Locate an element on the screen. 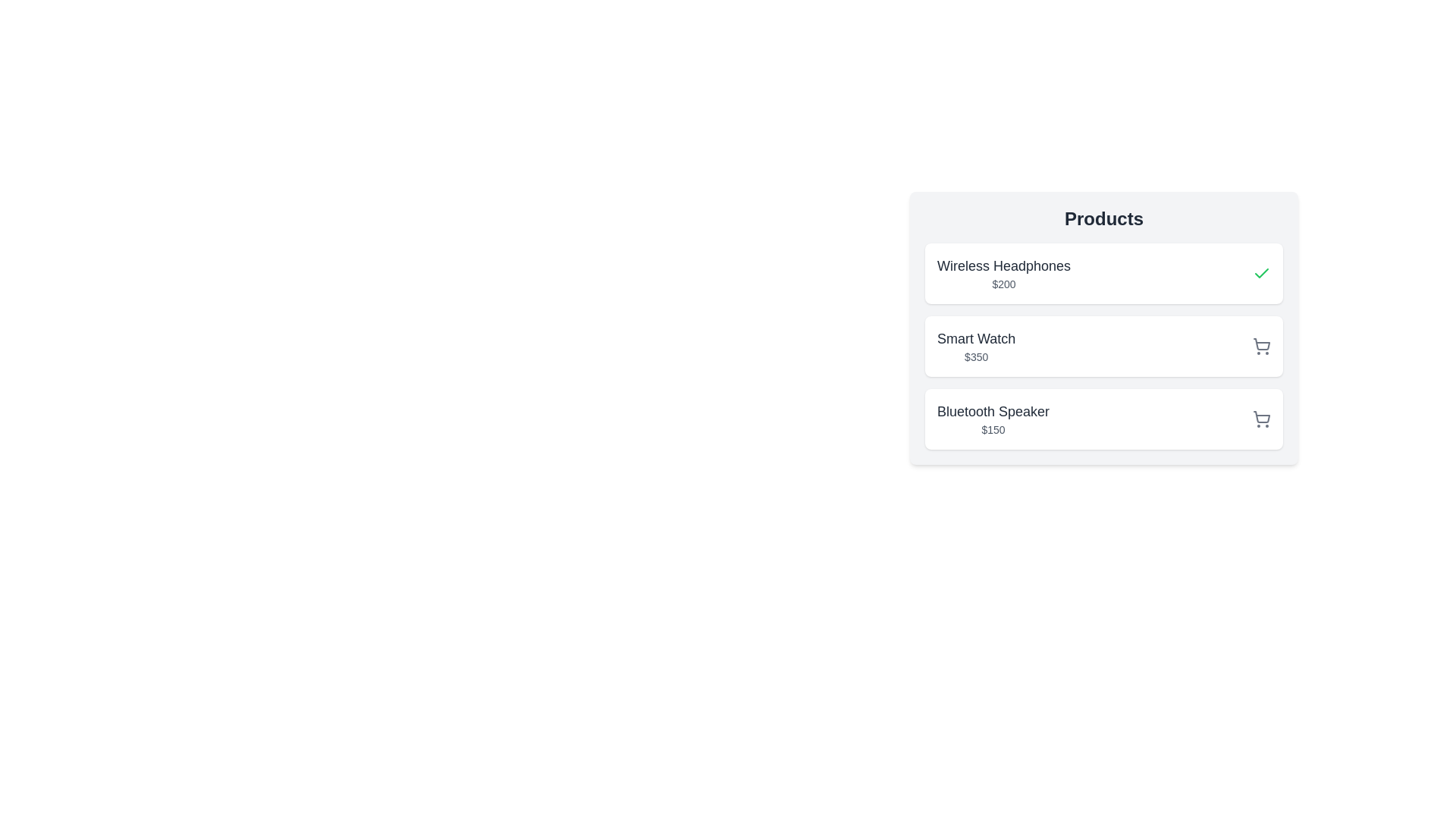  the text label displaying '$150', which is styled in a small gray font and located below the 'Bluetooth Speaker' text within a card-like structure is located at coordinates (993, 430).